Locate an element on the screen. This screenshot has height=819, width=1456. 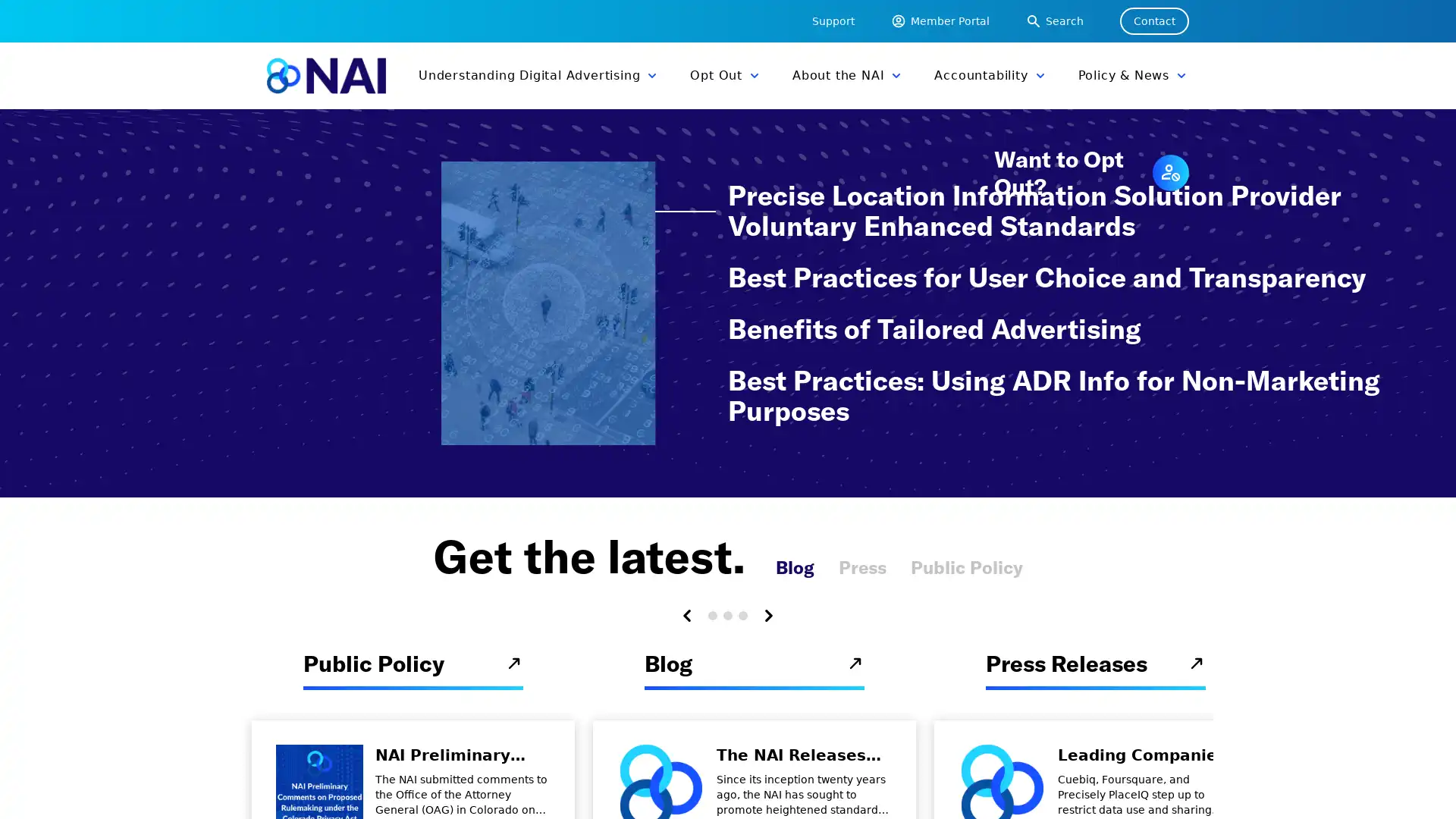
Blog is located at coordinates (793, 567).